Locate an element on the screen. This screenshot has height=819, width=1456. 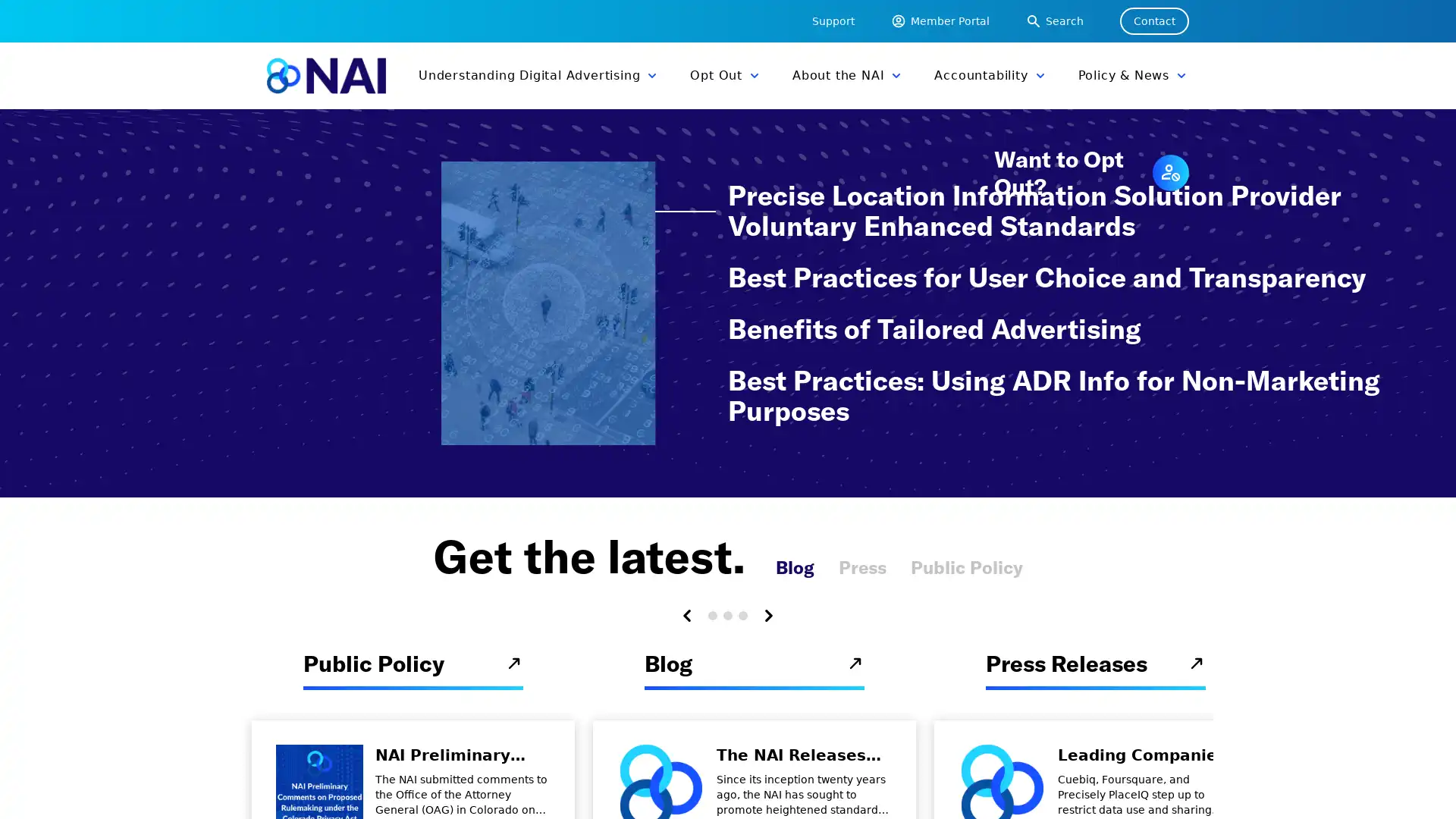
Blog is located at coordinates (793, 567).